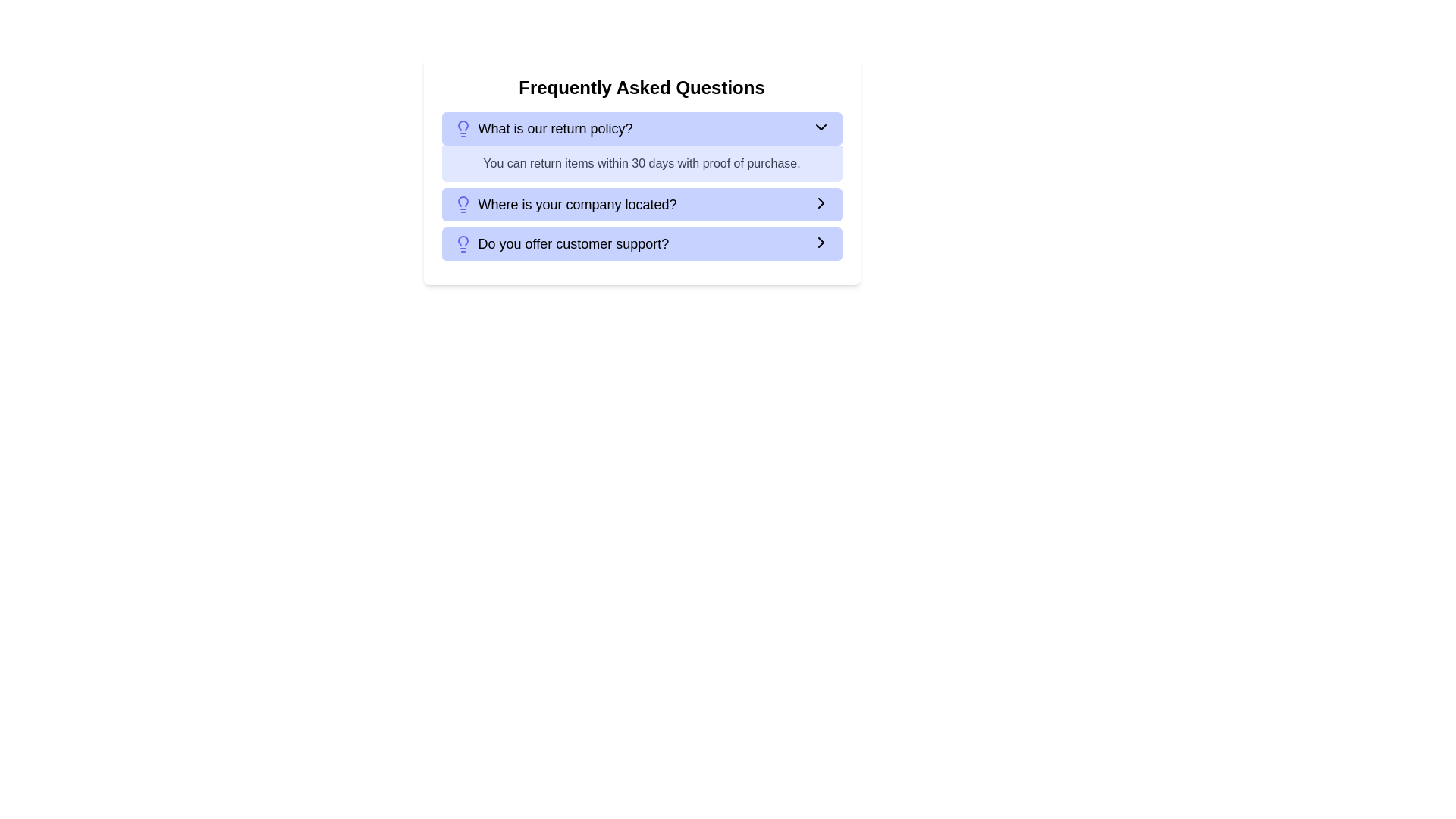 This screenshot has height=819, width=1456. Describe the element at coordinates (642, 205) in the screenshot. I see `the FAQ question 'Where is your company located?'` at that location.